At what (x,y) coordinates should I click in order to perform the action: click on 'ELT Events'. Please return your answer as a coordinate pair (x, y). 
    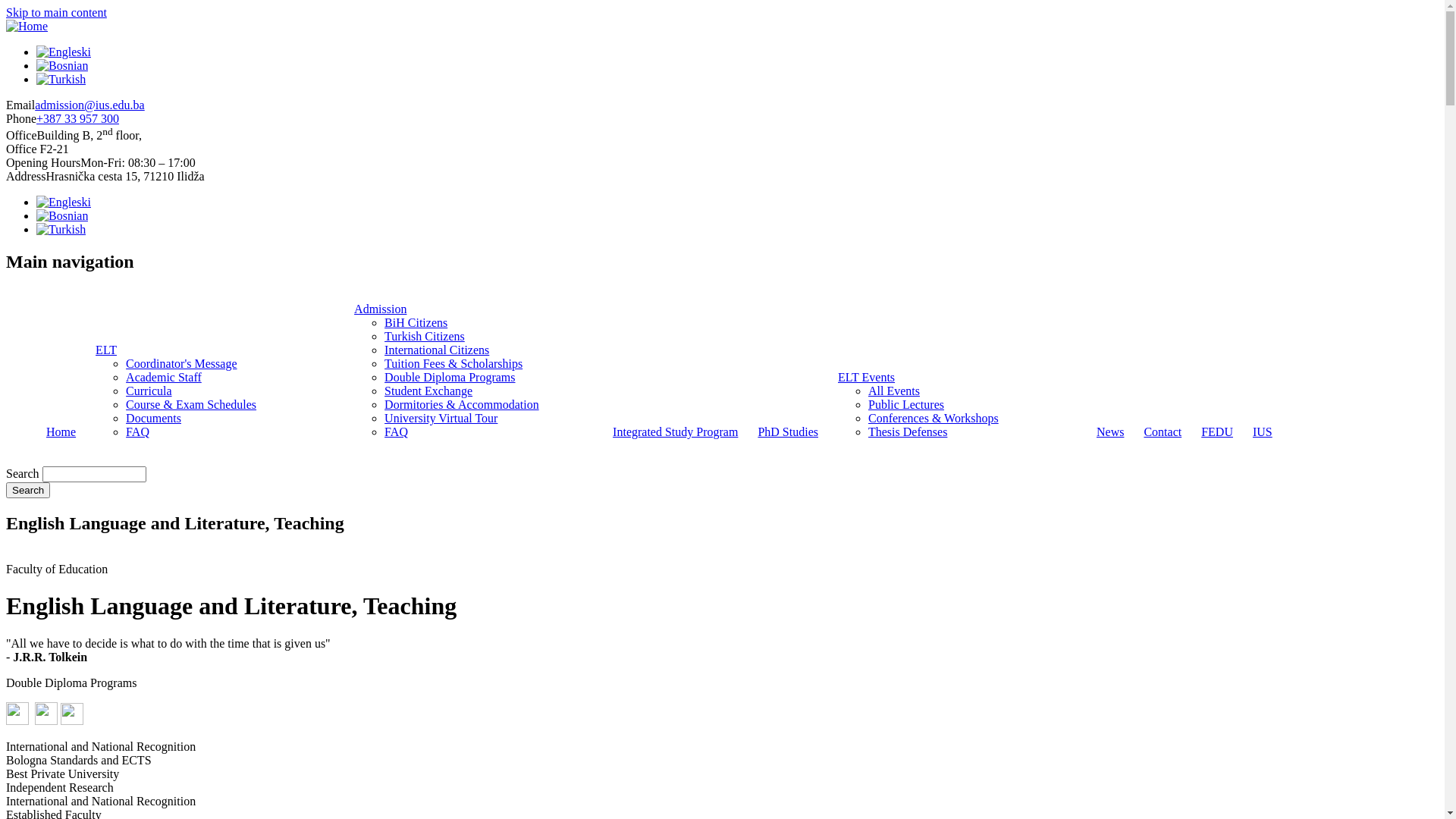
    Looking at the image, I should click on (836, 376).